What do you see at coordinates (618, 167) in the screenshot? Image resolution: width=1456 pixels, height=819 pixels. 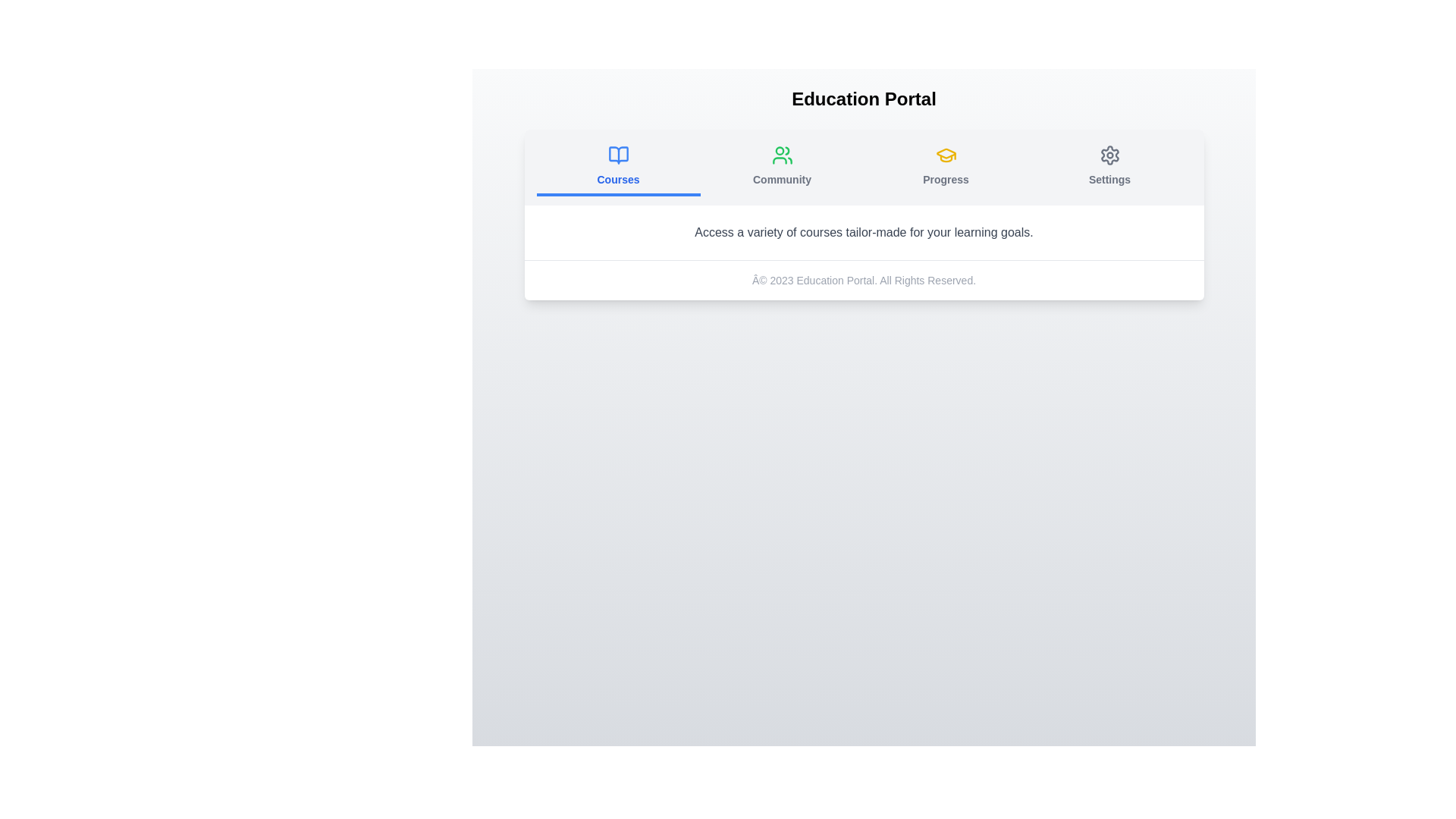 I see `the first button in the navigation bar labeled 'Courses'` at bounding box center [618, 167].